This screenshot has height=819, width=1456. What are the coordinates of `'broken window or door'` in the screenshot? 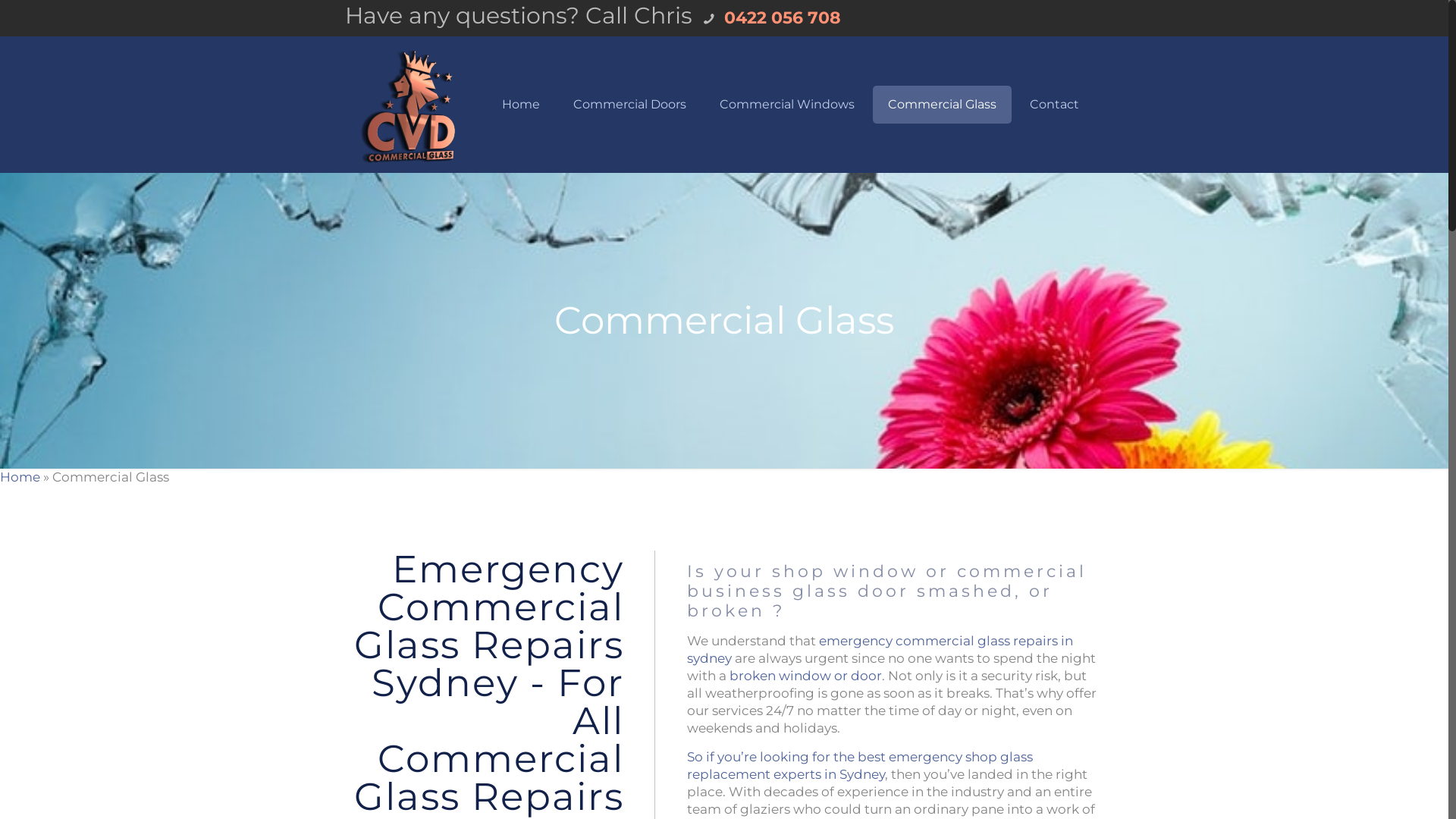 It's located at (805, 675).